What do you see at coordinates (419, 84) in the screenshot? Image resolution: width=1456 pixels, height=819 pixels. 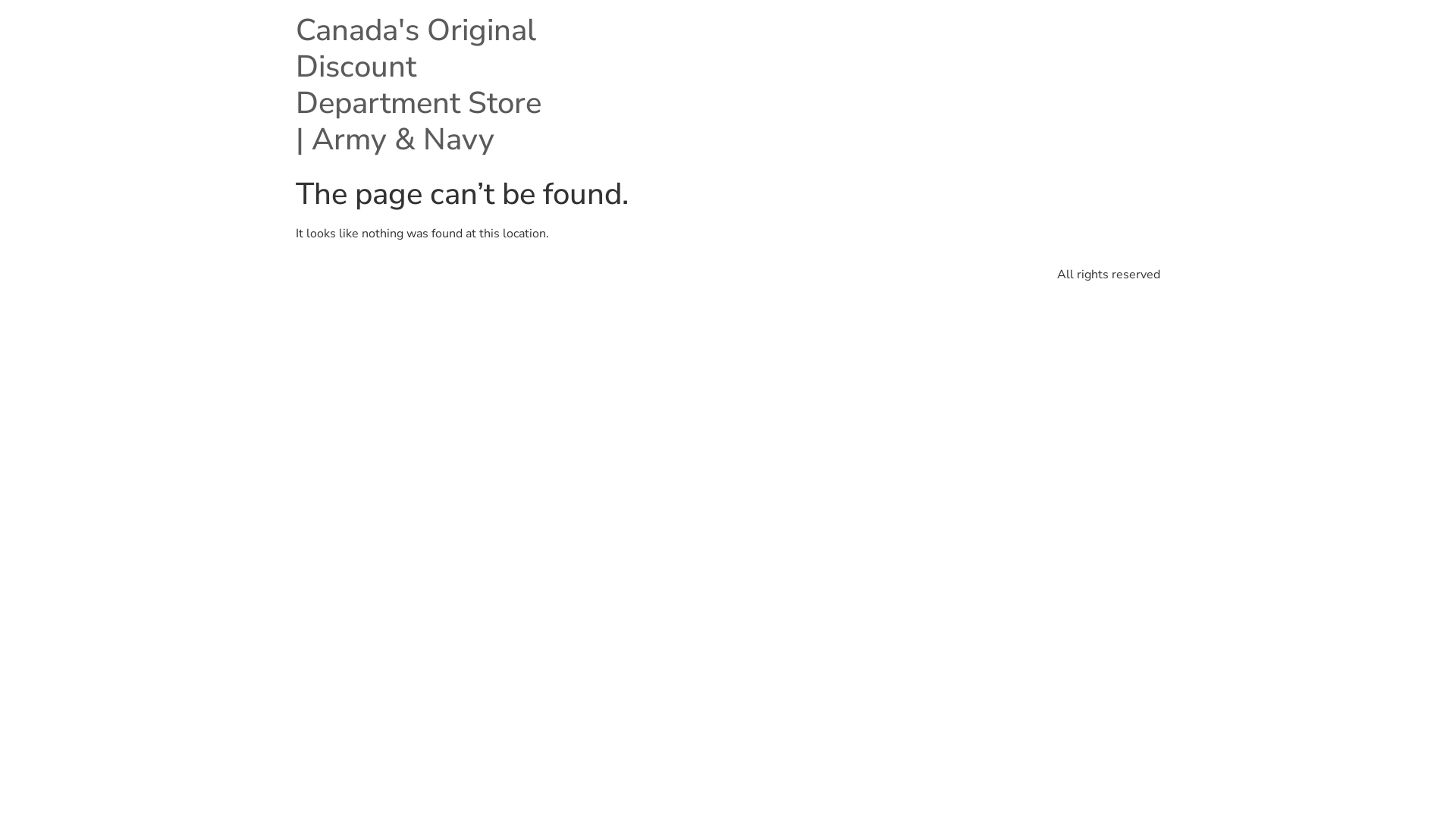 I see `'Canada's Original Discount Department Store | Army & Navy'` at bounding box center [419, 84].